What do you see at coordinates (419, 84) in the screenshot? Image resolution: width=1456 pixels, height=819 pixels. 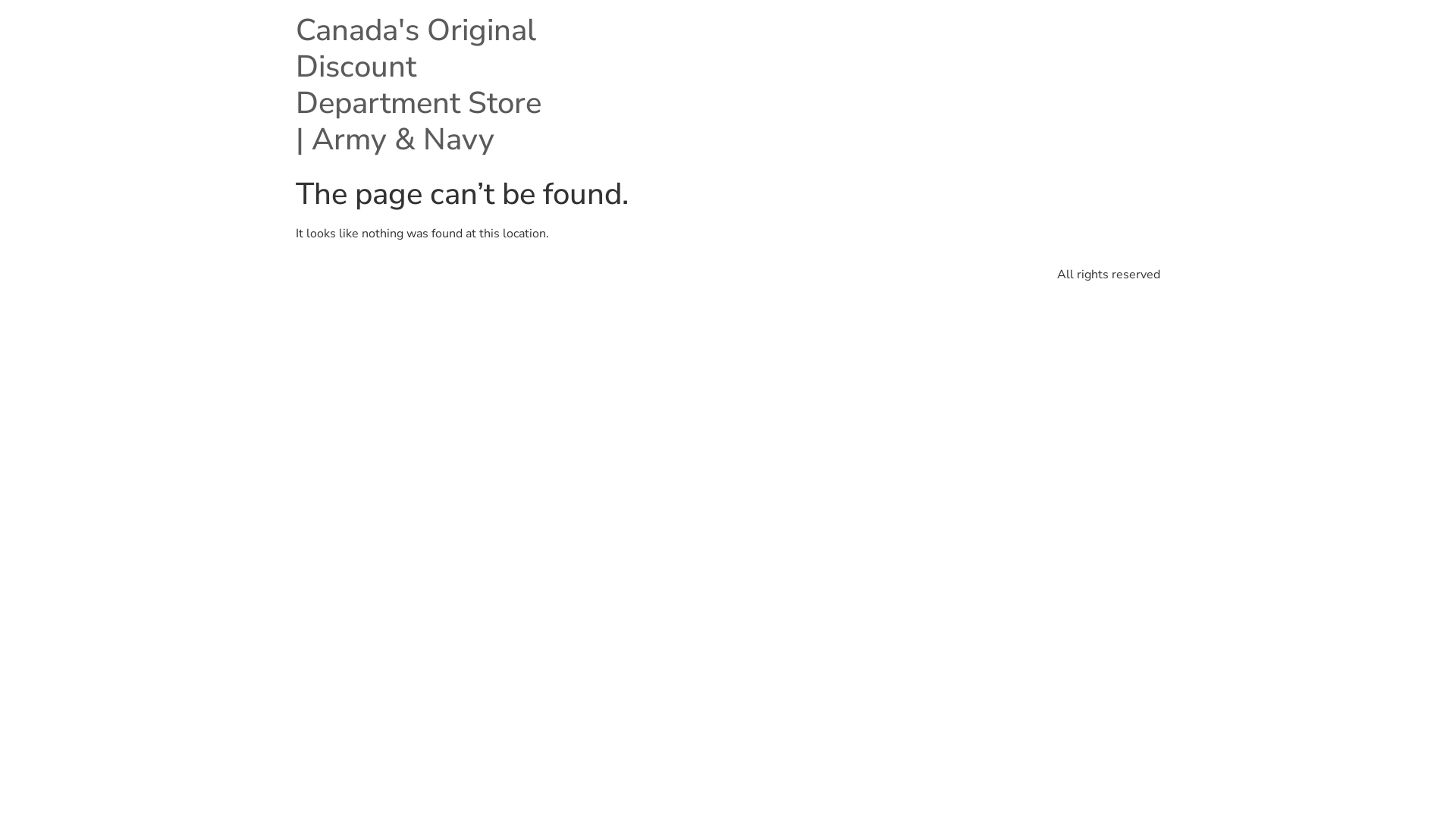 I see `'Canada's Original Discount Department Store | Army & Navy'` at bounding box center [419, 84].